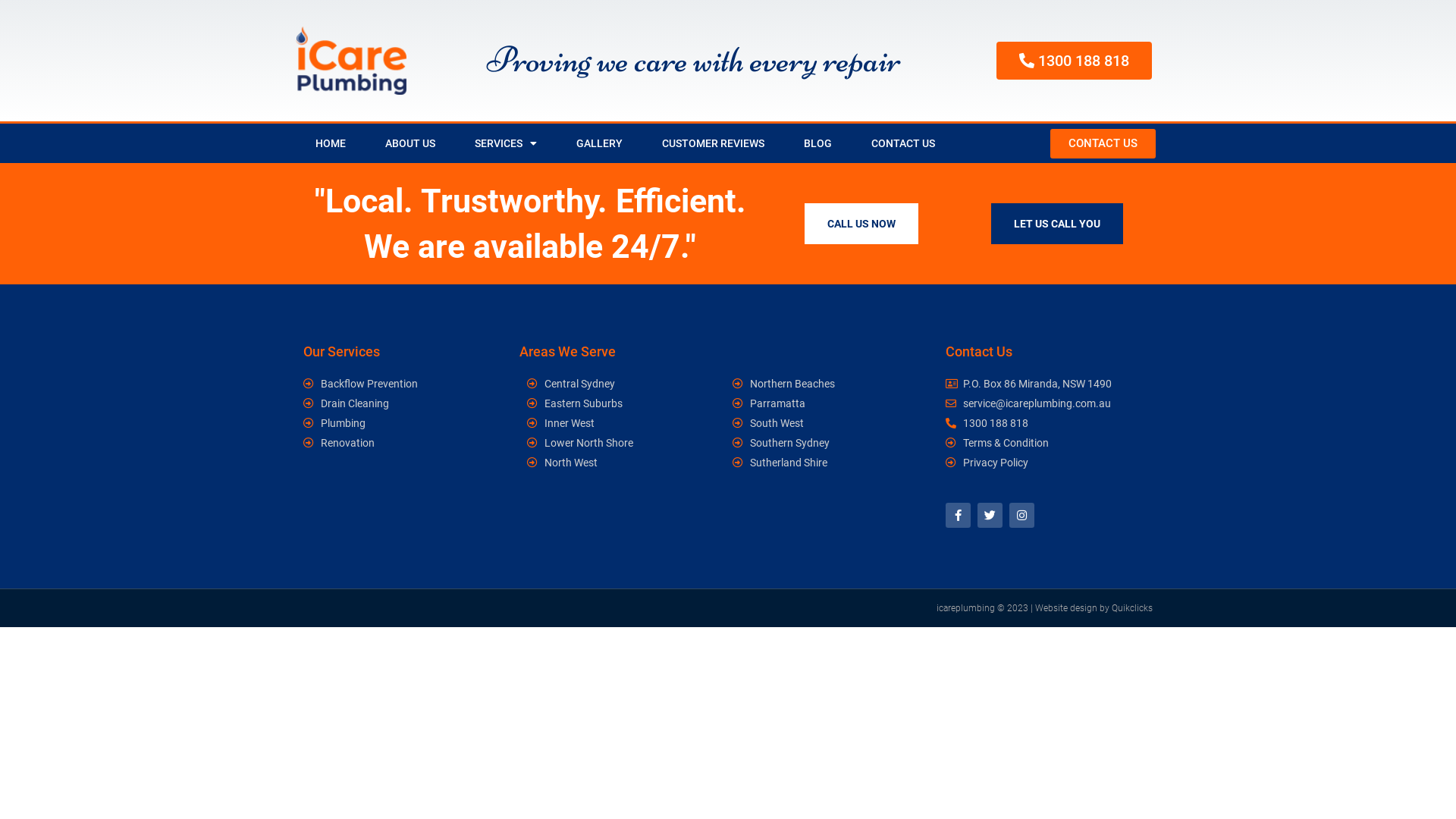  Describe the element at coordinates (827, 382) in the screenshot. I see `'Northern Beaches'` at that location.